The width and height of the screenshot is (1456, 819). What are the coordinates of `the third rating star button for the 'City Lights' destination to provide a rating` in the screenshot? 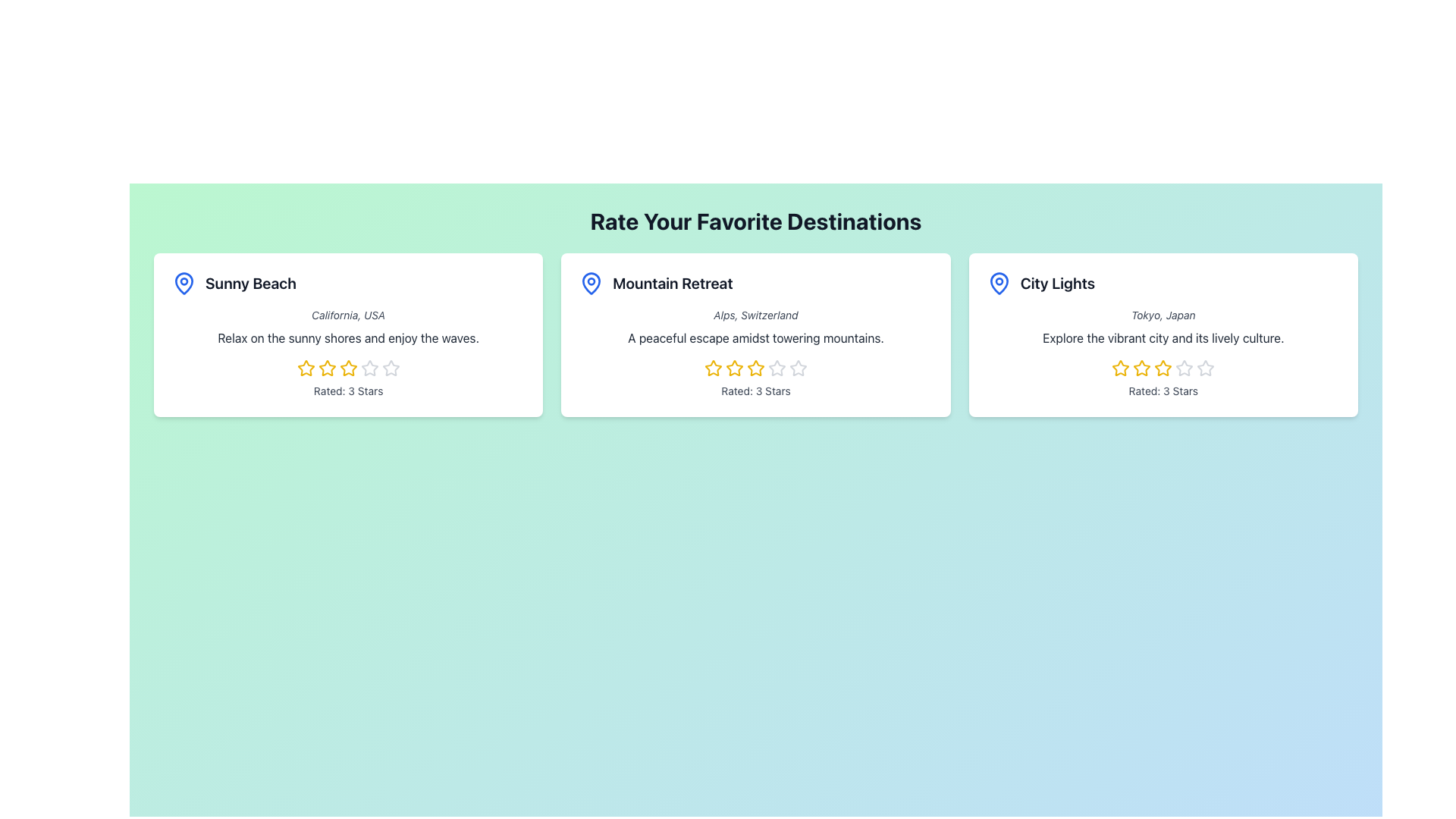 It's located at (1142, 368).